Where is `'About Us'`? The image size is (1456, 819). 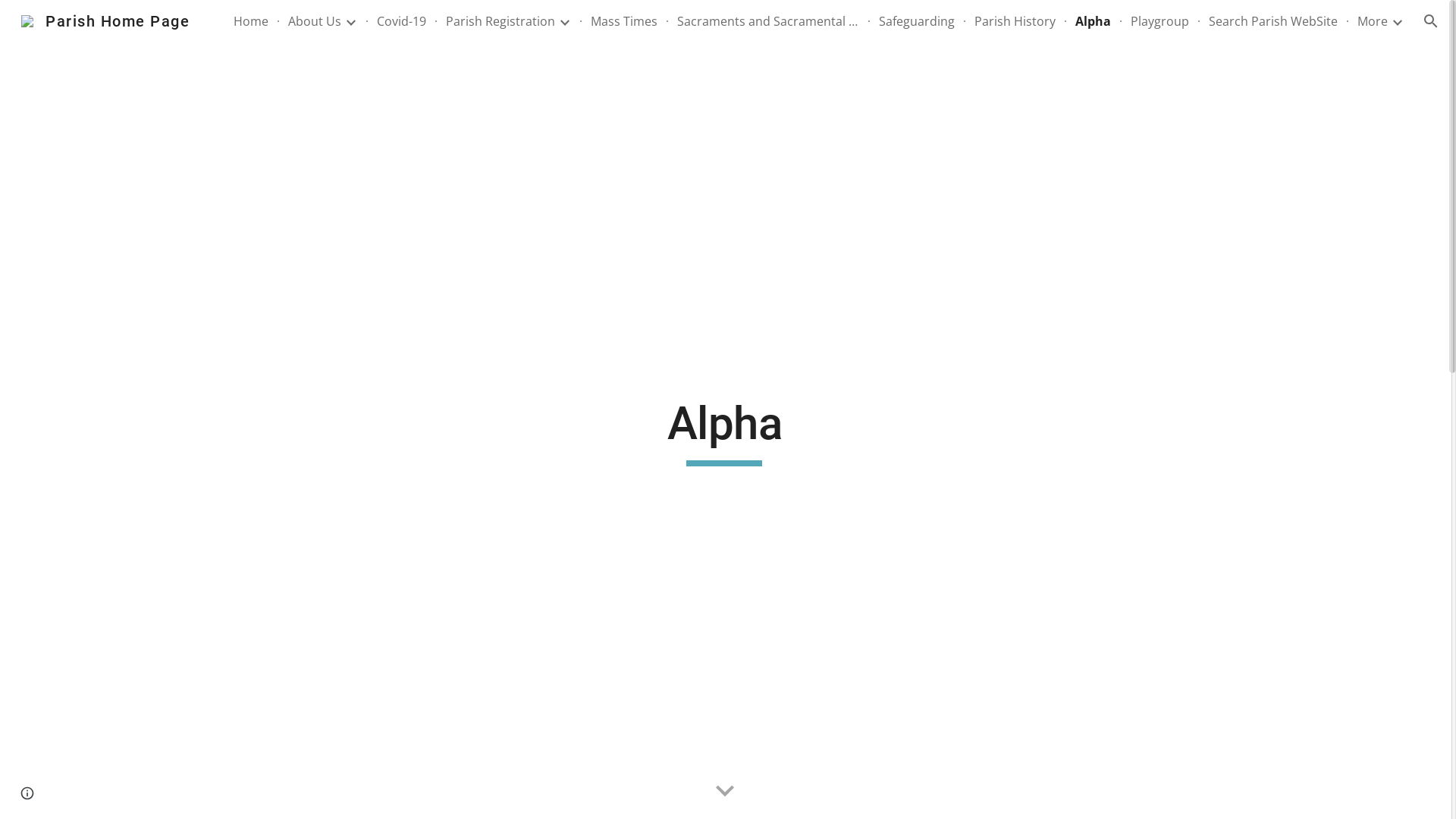 'About Us' is located at coordinates (313, 20).